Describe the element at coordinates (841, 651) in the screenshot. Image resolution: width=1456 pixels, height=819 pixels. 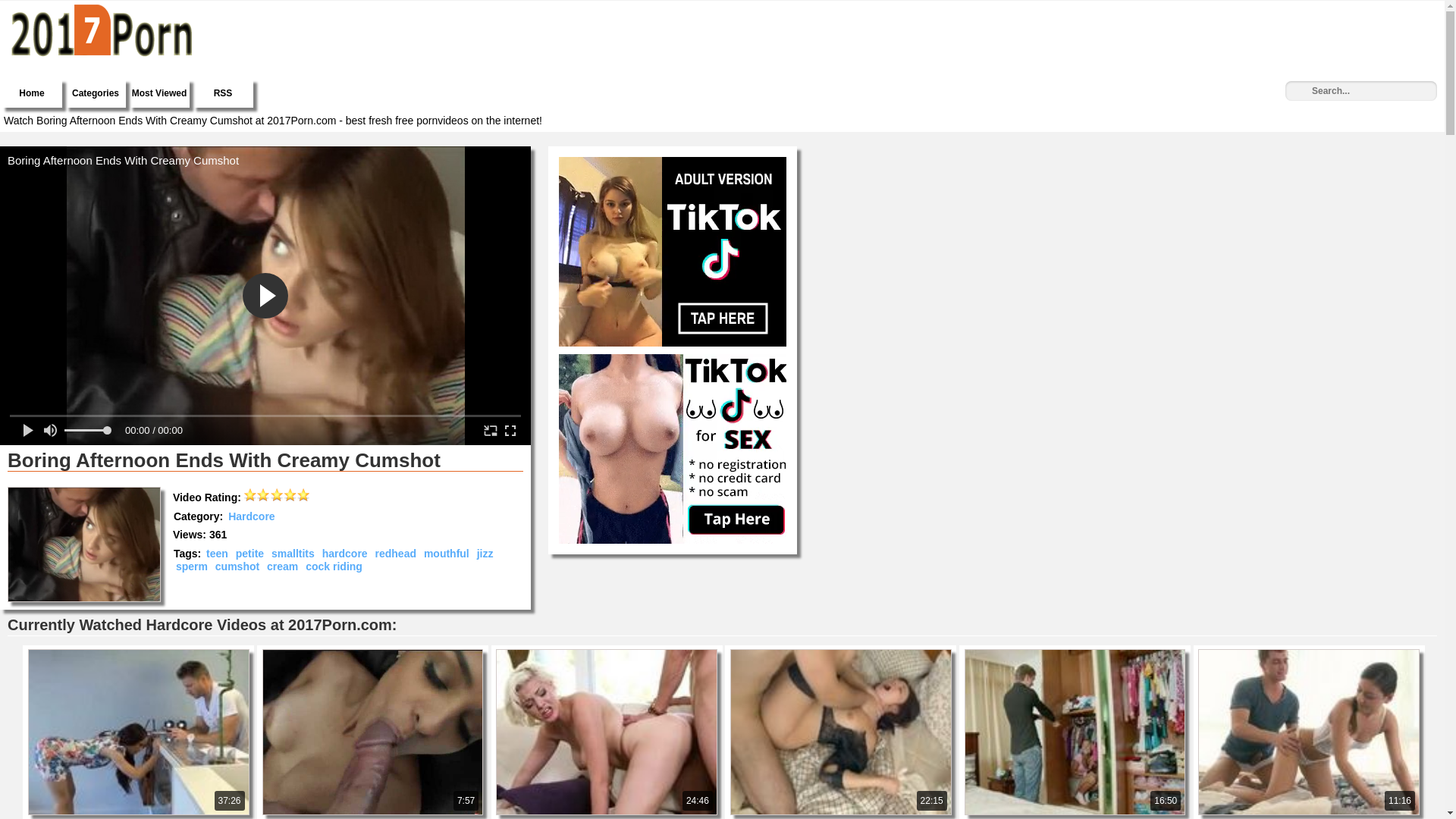
I see `'22:15` at that location.